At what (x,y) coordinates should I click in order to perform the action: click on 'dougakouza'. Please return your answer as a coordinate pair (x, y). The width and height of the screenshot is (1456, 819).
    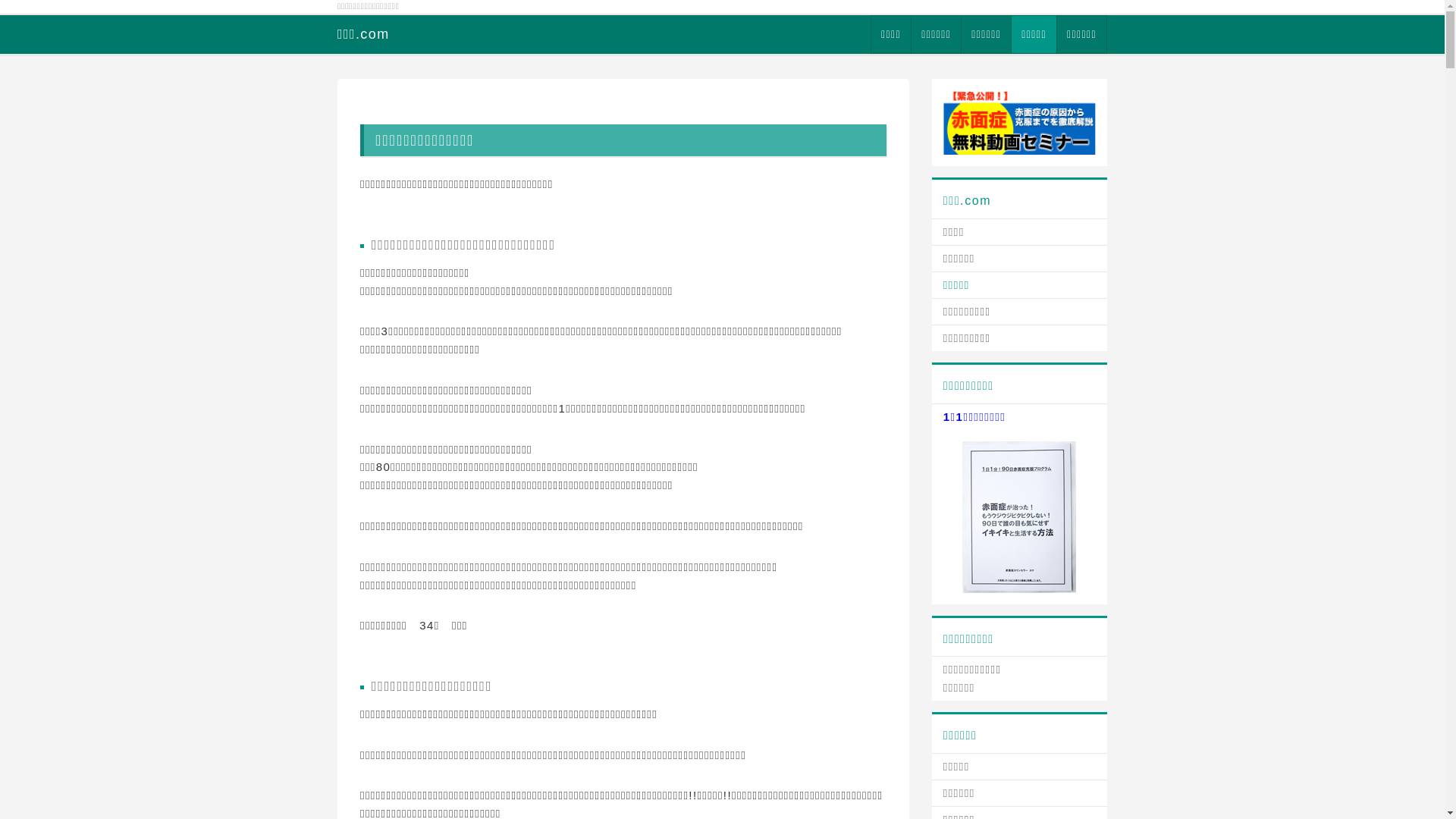
    Looking at the image, I should click on (1019, 121).